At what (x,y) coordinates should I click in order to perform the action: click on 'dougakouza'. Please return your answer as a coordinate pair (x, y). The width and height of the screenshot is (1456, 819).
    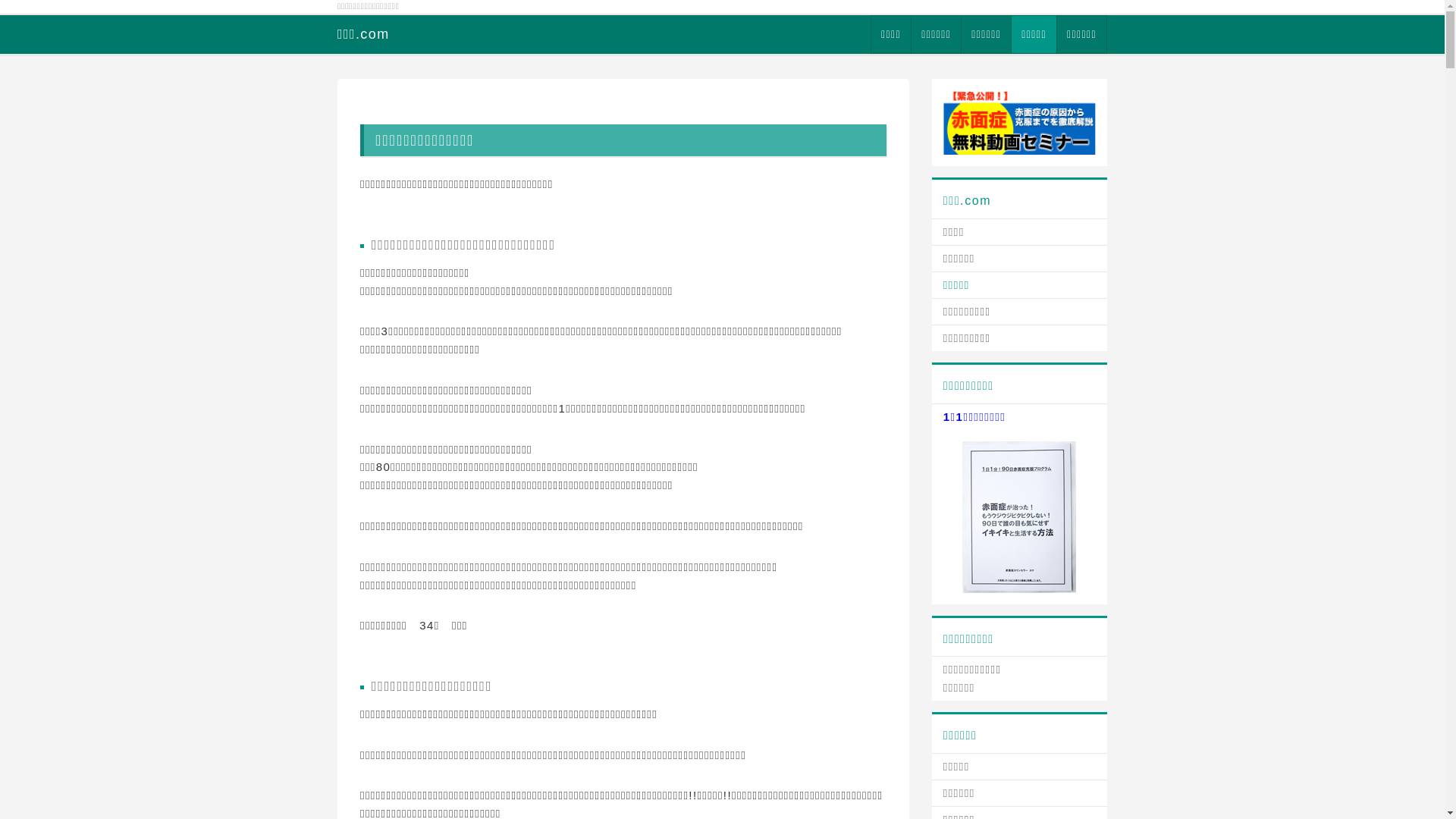
    Looking at the image, I should click on (1019, 121).